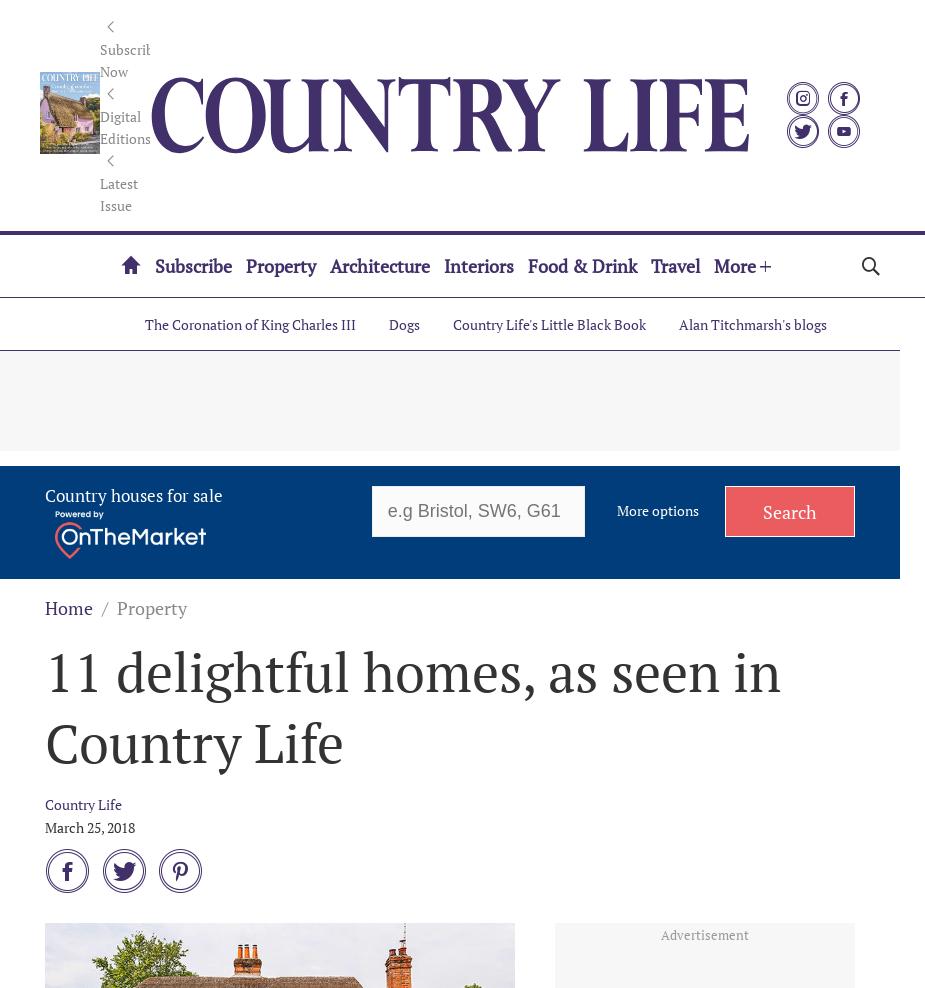 The image size is (925, 988). Describe the element at coordinates (43, 706) in the screenshot. I see `'11 delightful homes, as seen in Country Life'` at that location.